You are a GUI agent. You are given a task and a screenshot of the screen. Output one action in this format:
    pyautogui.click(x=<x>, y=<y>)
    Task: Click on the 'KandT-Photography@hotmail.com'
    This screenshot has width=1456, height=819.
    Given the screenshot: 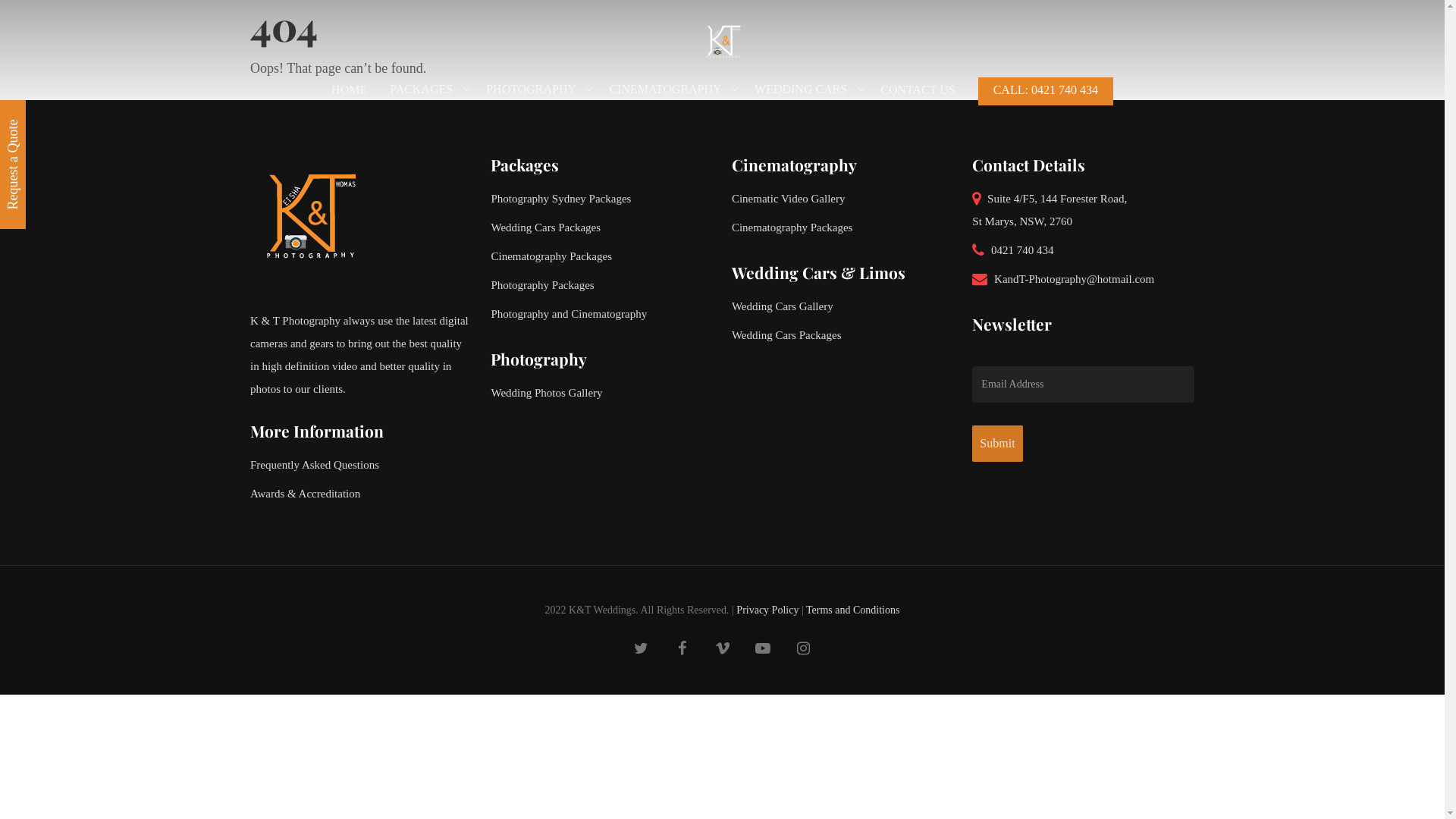 What is the action you would take?
    pyautogui.click(x=1082, y=278)
    